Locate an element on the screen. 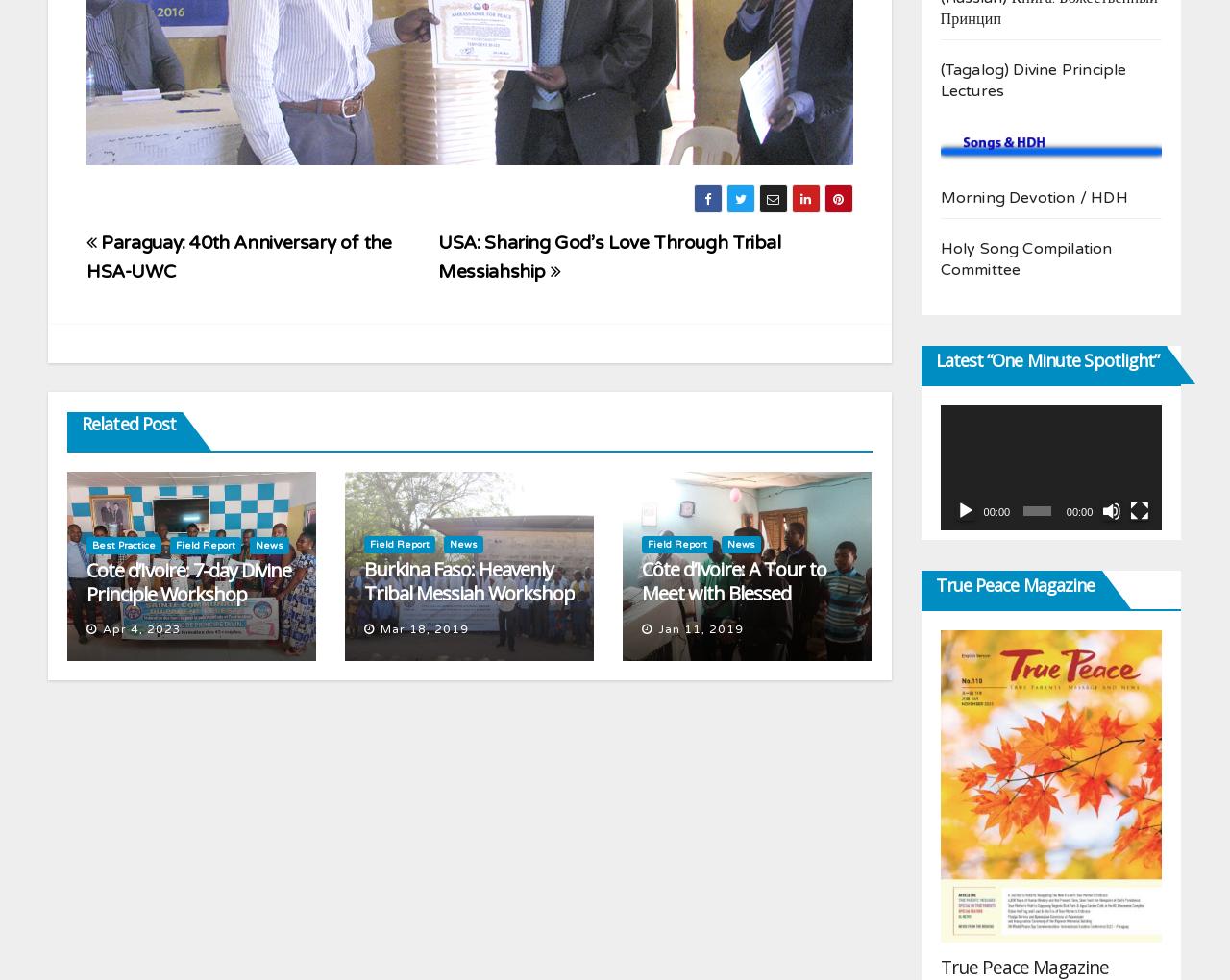 The image size is (1230, 980). 'Holy Song Compilation Committee' is located at coordinates (1024, 257).